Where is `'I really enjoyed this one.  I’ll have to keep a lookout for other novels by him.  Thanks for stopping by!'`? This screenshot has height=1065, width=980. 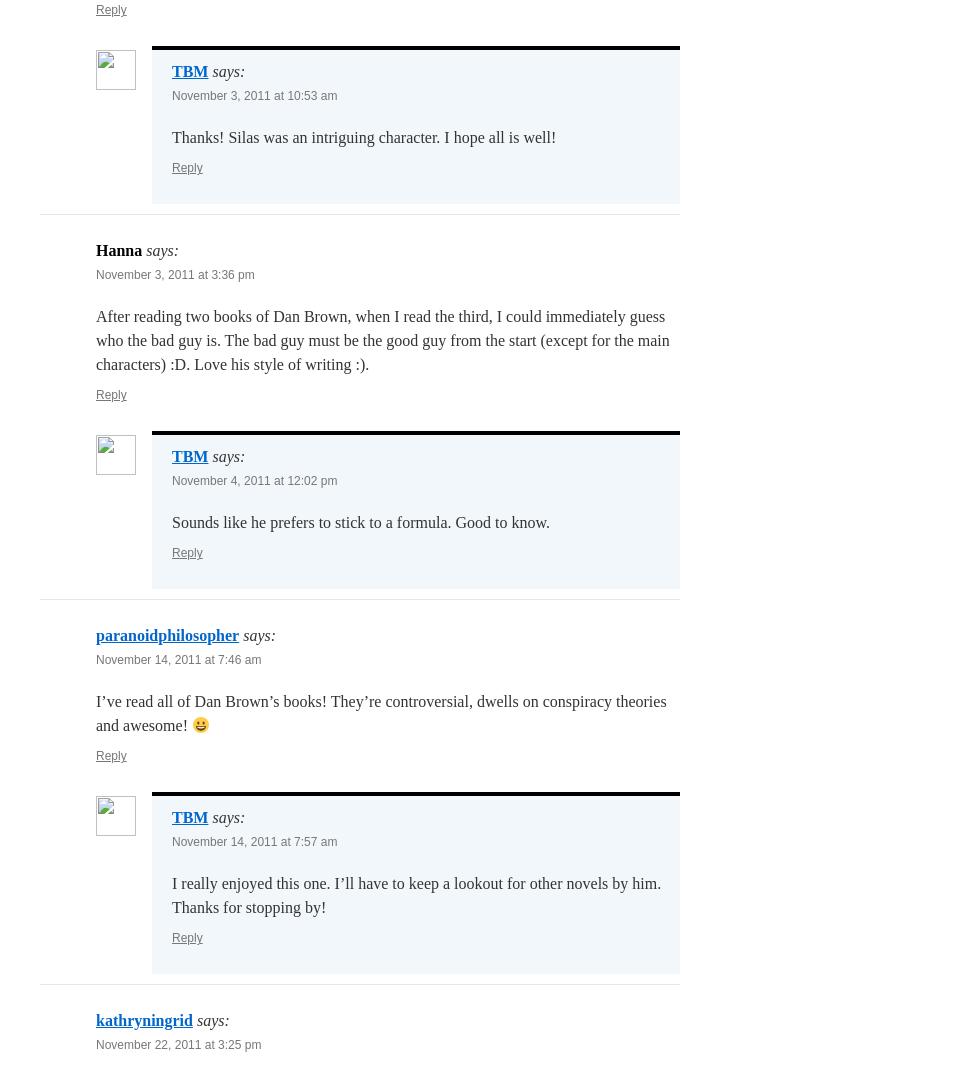 'I really enjoyed this one.  I’ll have to keep a lookout for other novels by him.  Thanks for stopping by!' is located at coordinates (416, 895).